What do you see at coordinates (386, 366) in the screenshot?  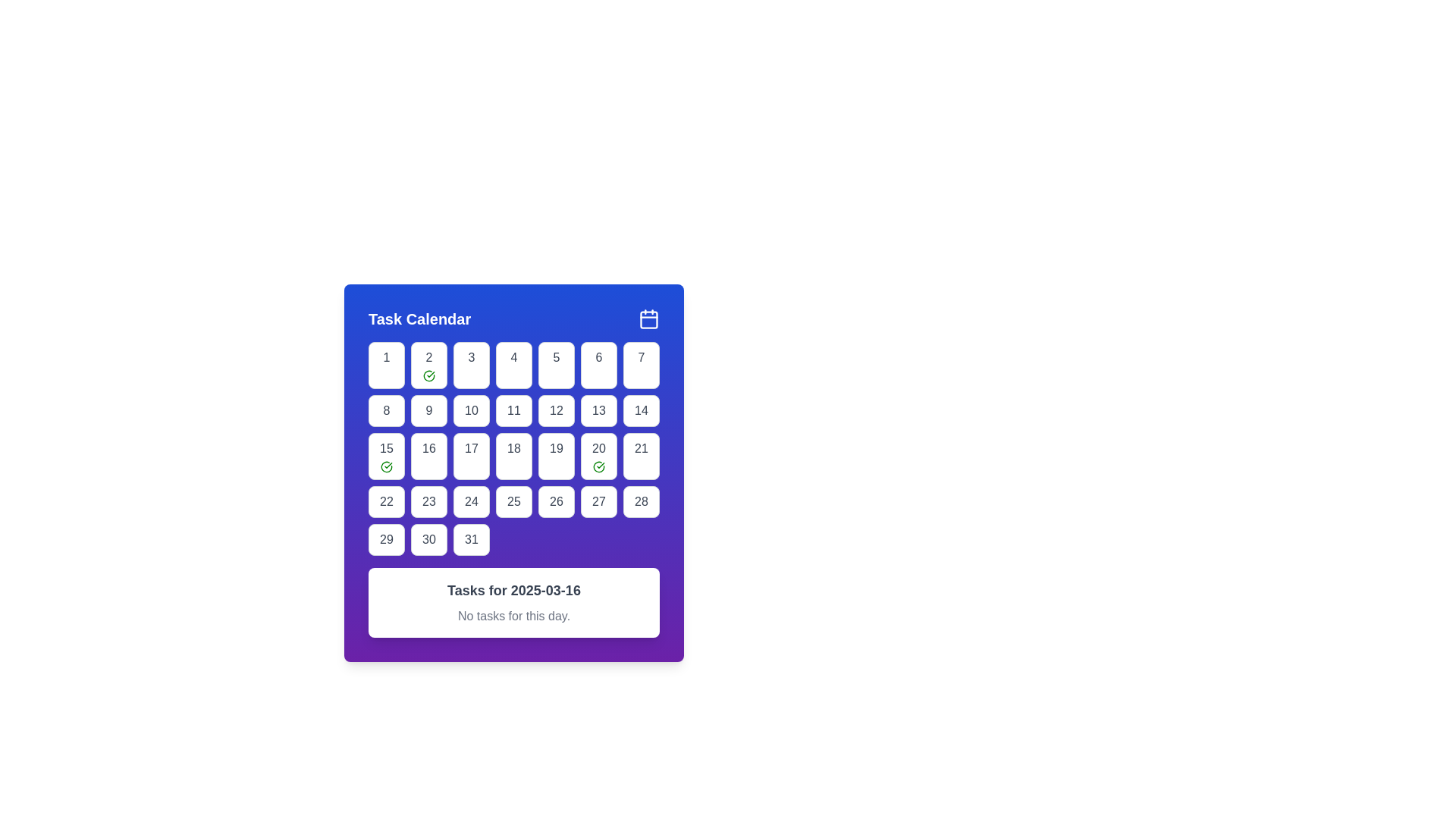 I see `the button representing the first day of the month in the calendar grid` at bounding box center [386, 366].